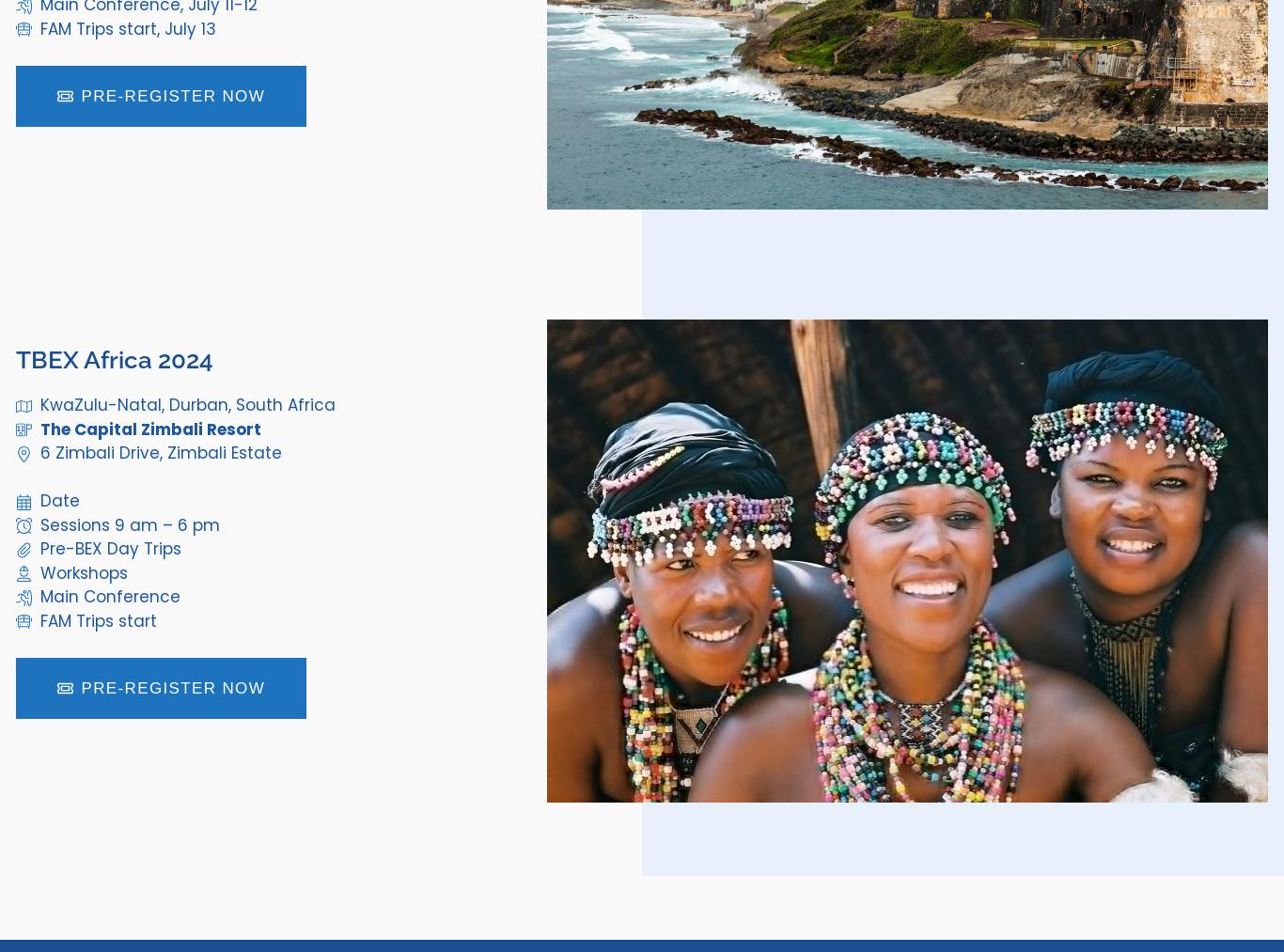 The width and height of the screenshot is (1284, 952). What do you see at coordinates (149, 427) in the screenshot?
I see `'The Capital Zimbali Resort'` at bounding box center [149, 427].